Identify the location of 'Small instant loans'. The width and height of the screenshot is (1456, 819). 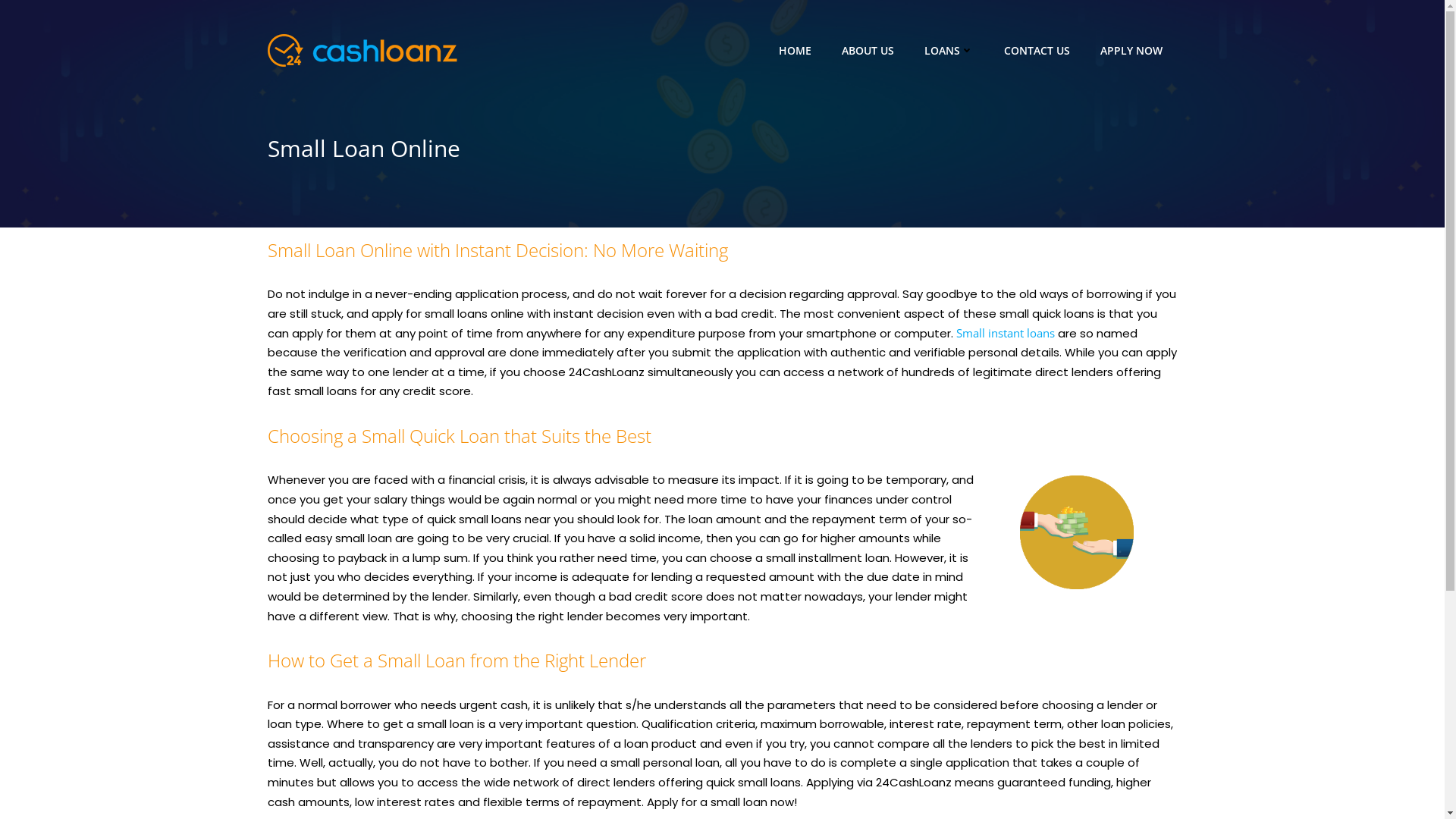
(1004, 332).